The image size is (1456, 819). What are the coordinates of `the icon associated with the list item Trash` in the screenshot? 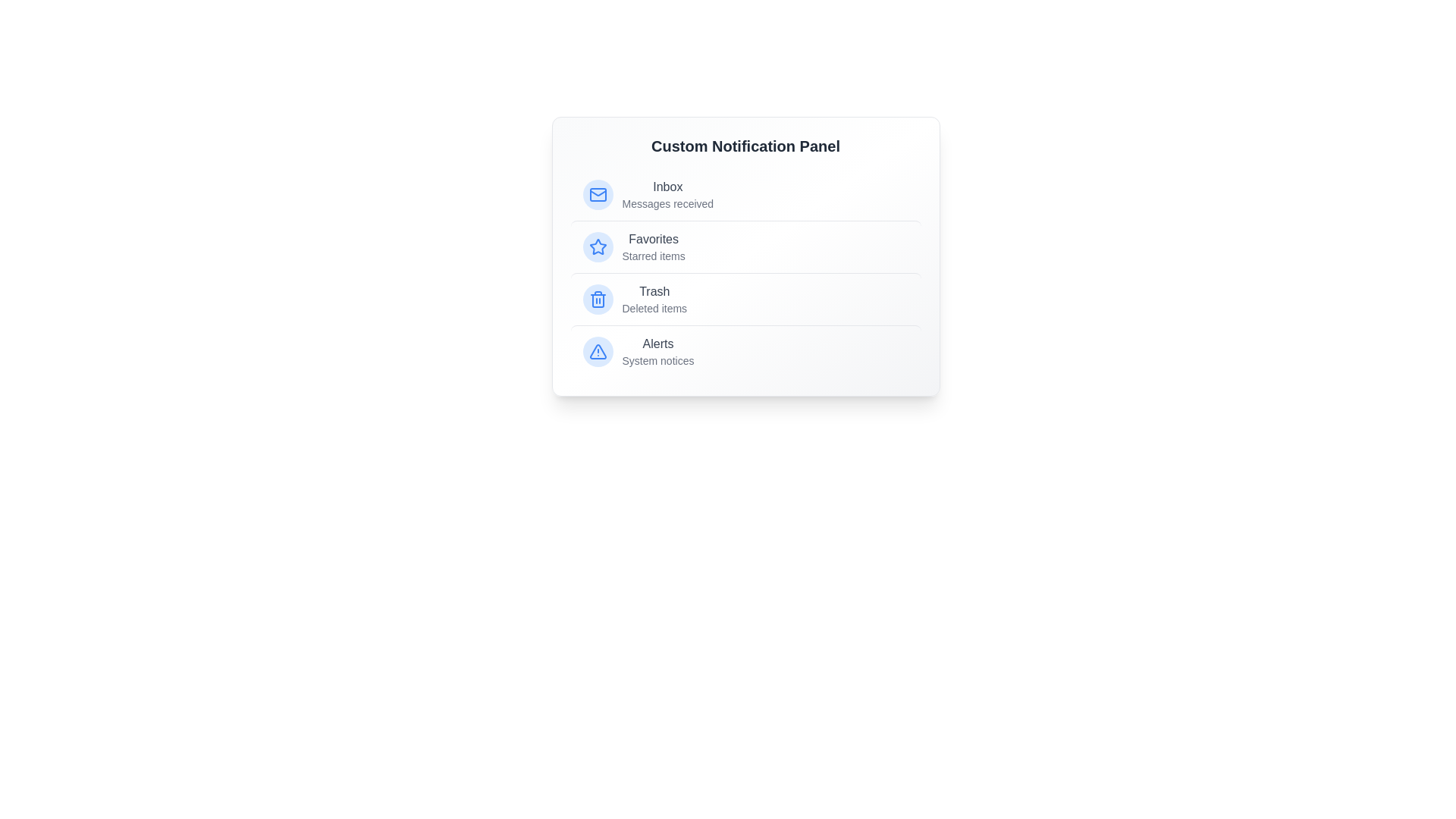 It's located at (597, 299).